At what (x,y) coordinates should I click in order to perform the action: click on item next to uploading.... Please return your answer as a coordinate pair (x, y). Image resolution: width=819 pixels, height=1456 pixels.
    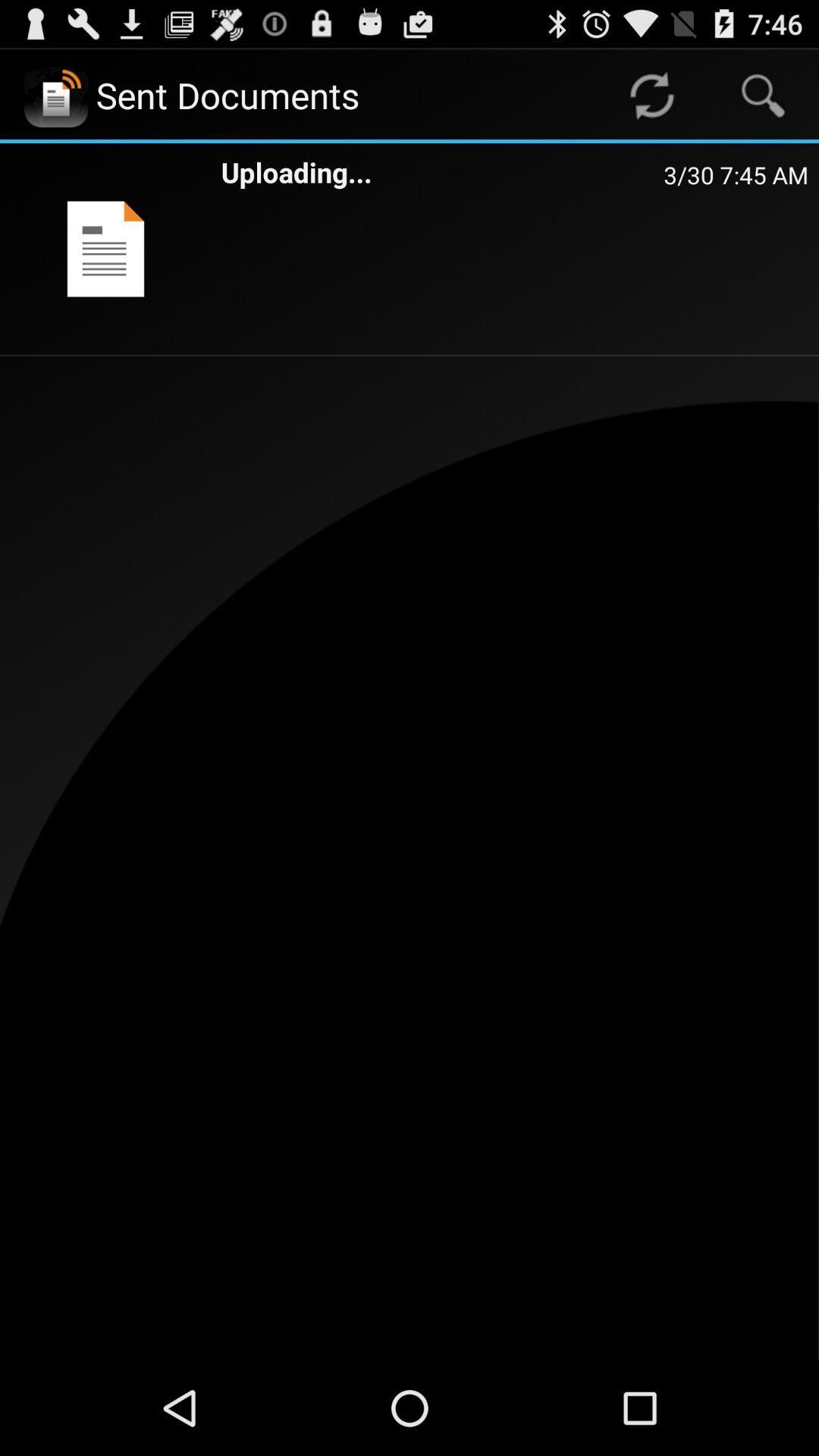
    Looking at the image, I should click on (735, 174).